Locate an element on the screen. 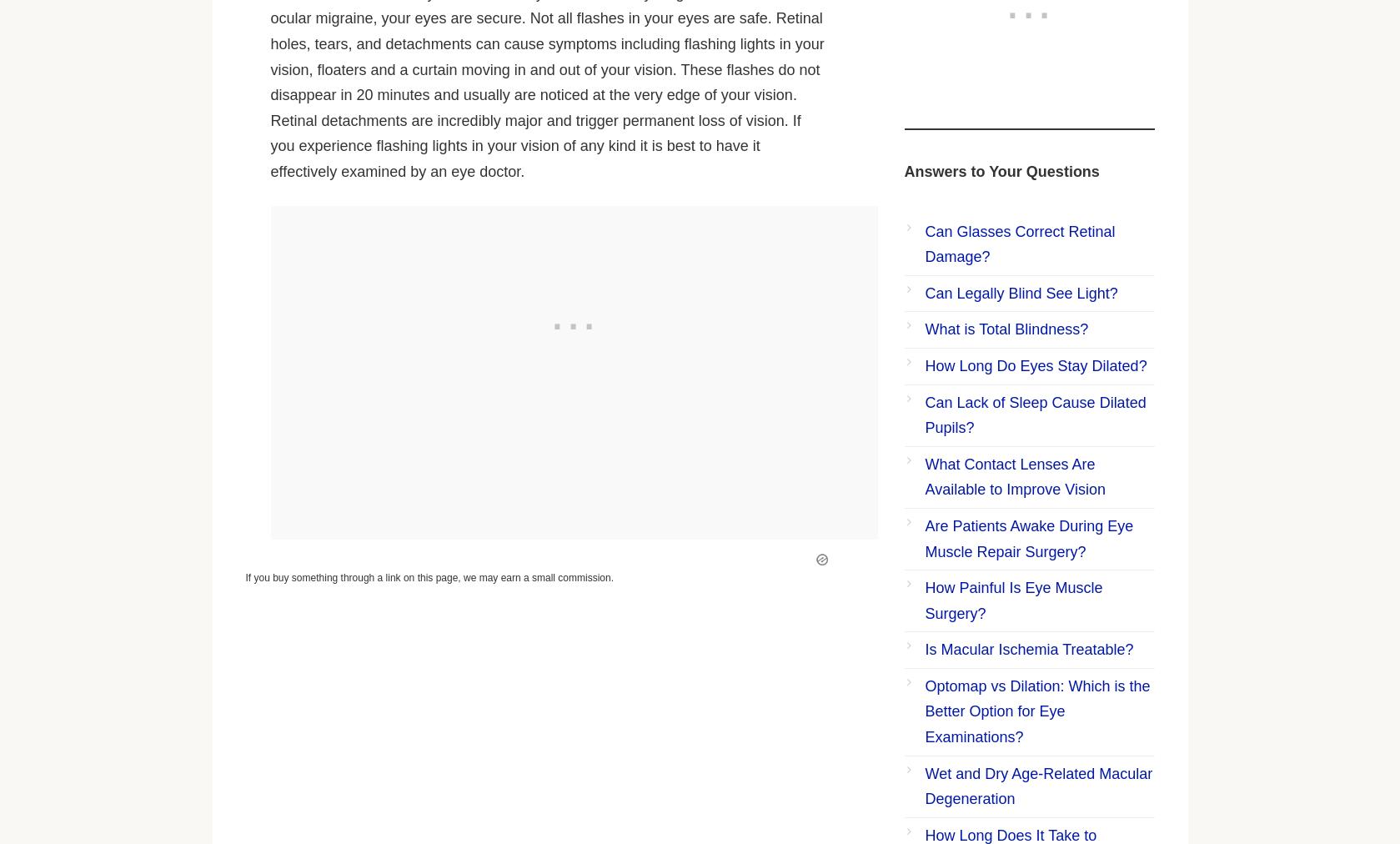  'What is Total Blindness?' is located at coordinates (1006, 329).